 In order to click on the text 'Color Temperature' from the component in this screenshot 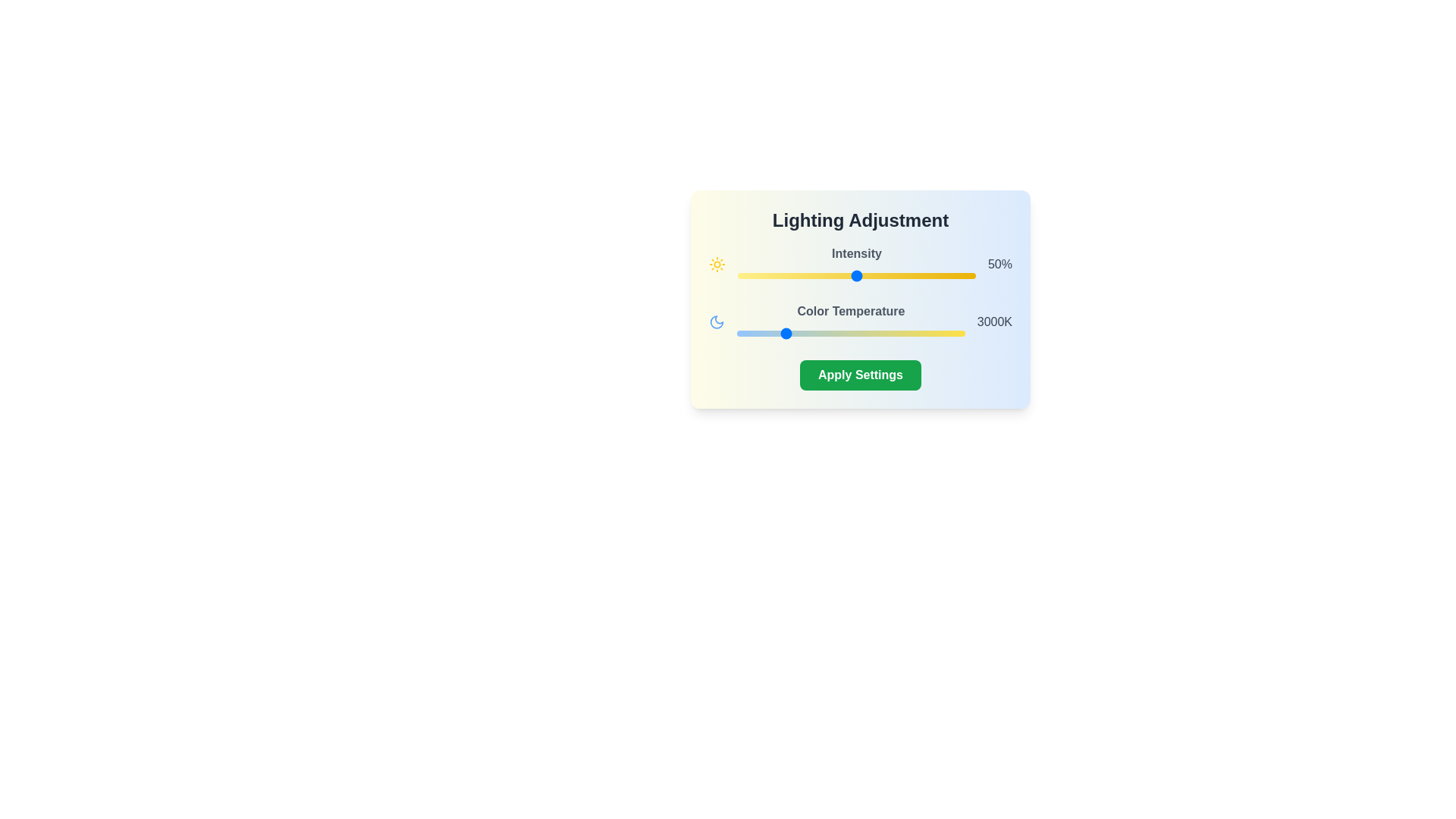, I will do `click(851, 311)`.